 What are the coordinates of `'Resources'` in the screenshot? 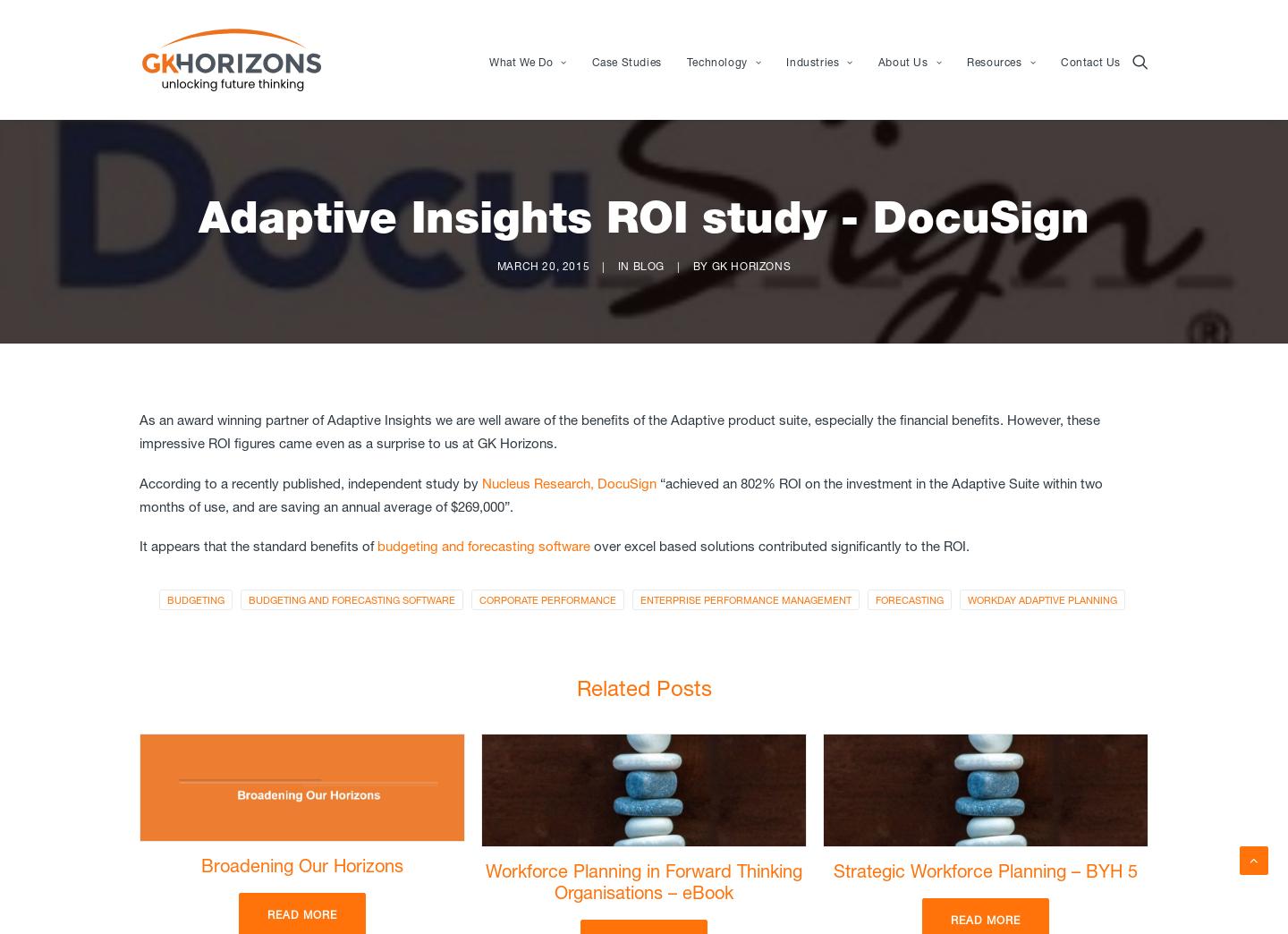 It's located at (993, 61).